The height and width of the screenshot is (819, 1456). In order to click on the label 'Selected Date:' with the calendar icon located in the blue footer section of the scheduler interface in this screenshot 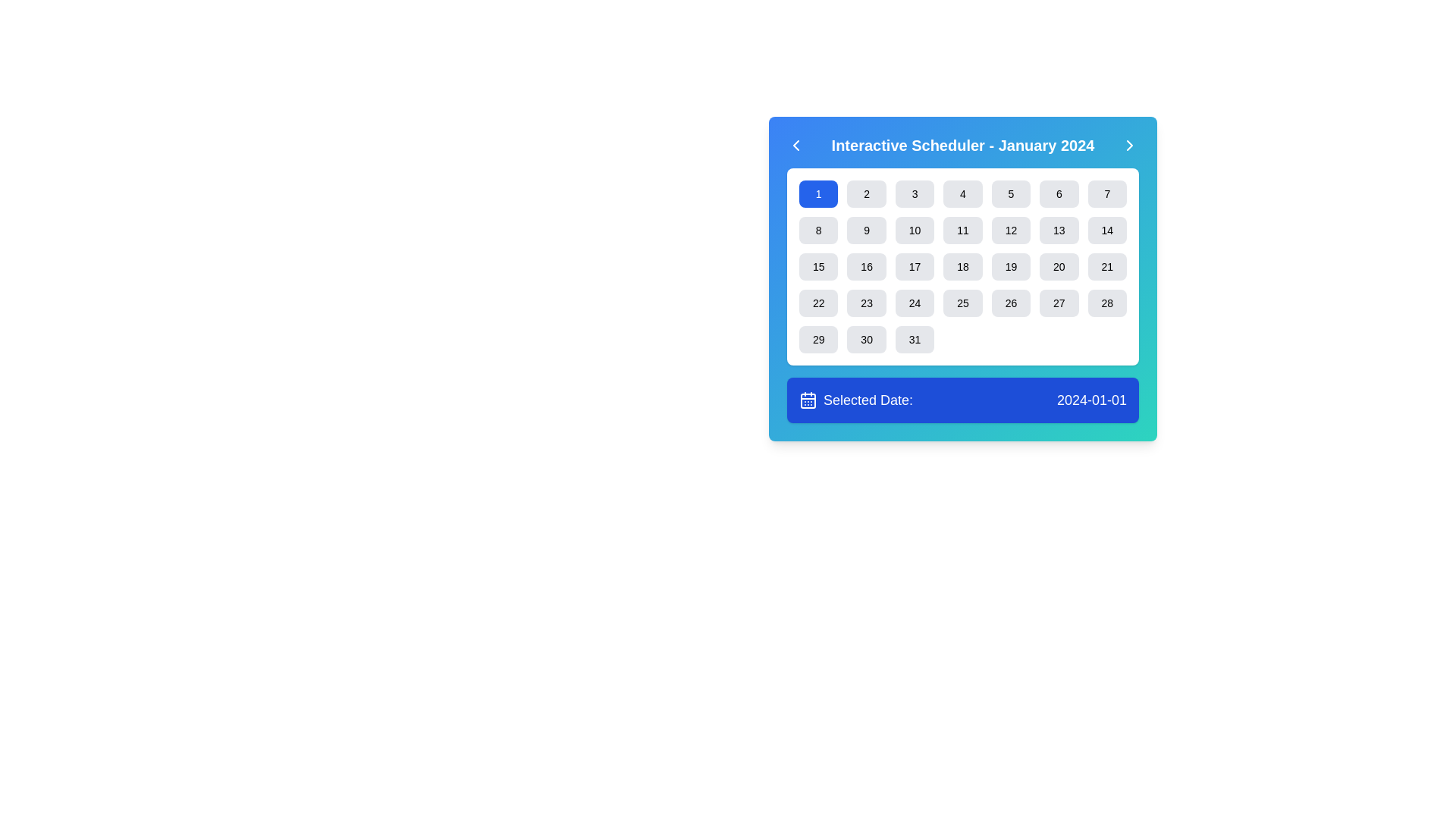, I will do `click(855, 400)`.